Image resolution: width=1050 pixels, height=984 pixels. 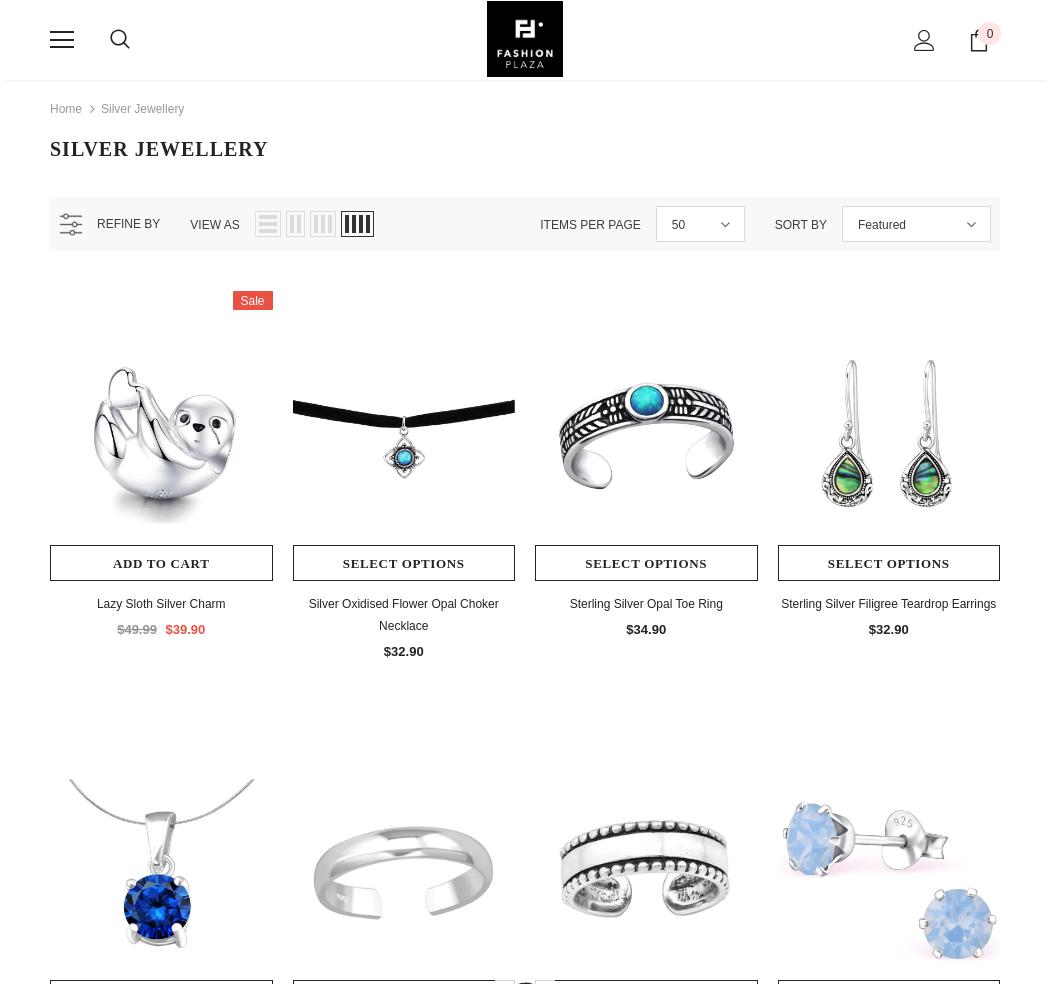 What do you see at coordinates (164, 629) in the screenshot?
I see `'$39.90'` at bounding box center [164, 629].